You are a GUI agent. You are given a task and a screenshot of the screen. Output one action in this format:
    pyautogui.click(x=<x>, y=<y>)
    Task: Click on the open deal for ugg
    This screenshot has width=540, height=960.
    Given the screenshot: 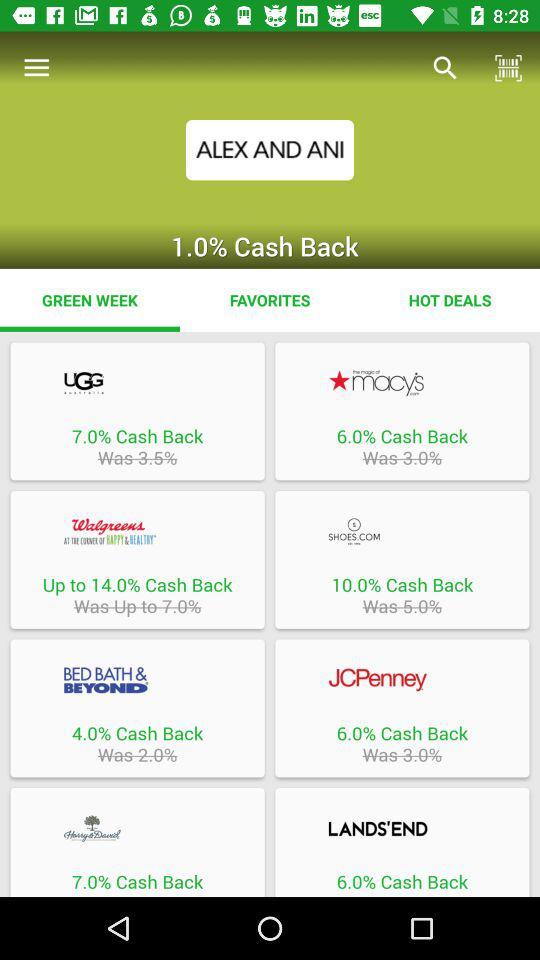 What is the action you would take?
    pyautogui.click(x=136, y=382)
    